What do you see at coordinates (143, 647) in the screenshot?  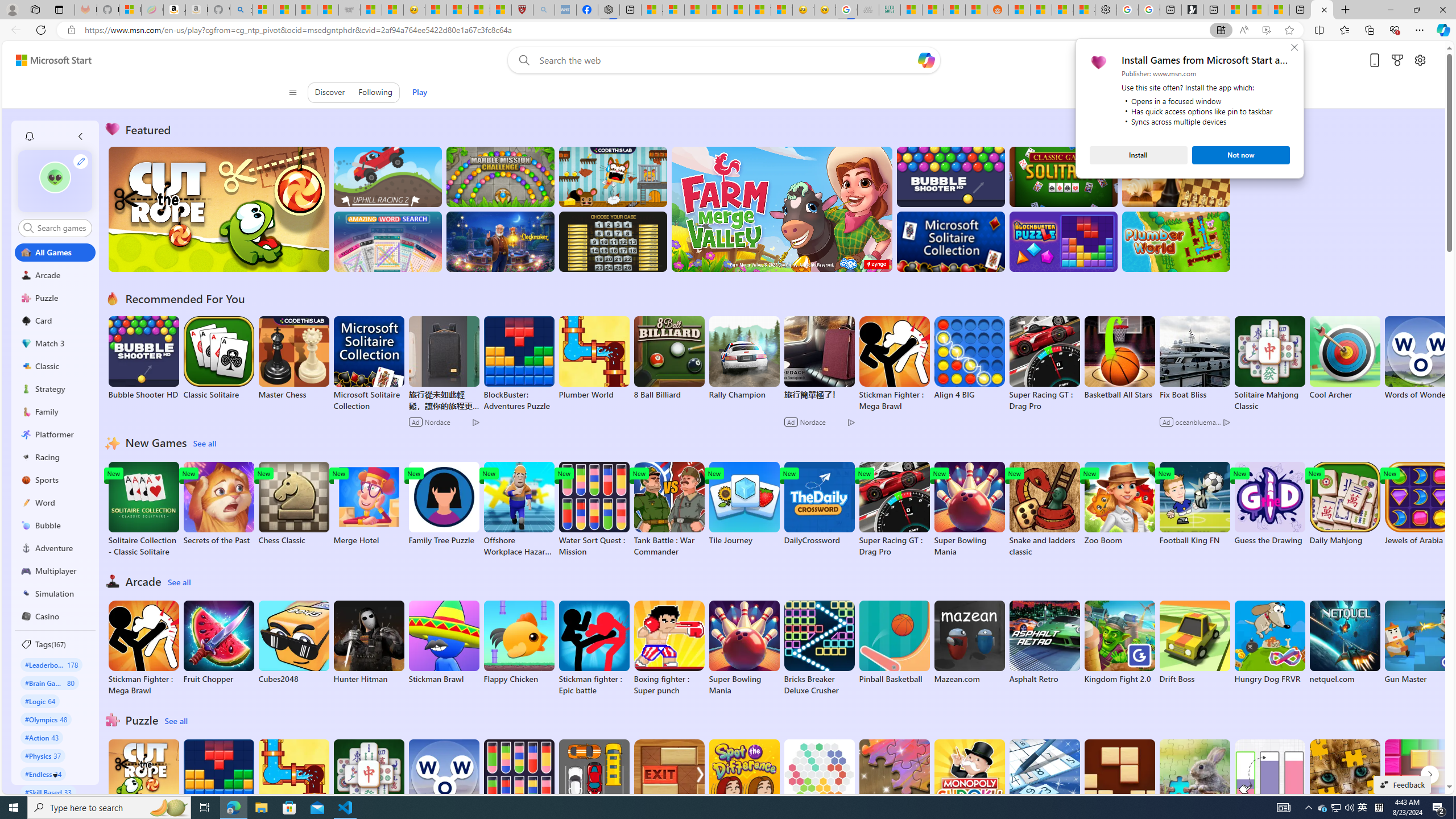 I see `'Stickman Fighter : Mega Brawl'` at bounding box center [143, 647].